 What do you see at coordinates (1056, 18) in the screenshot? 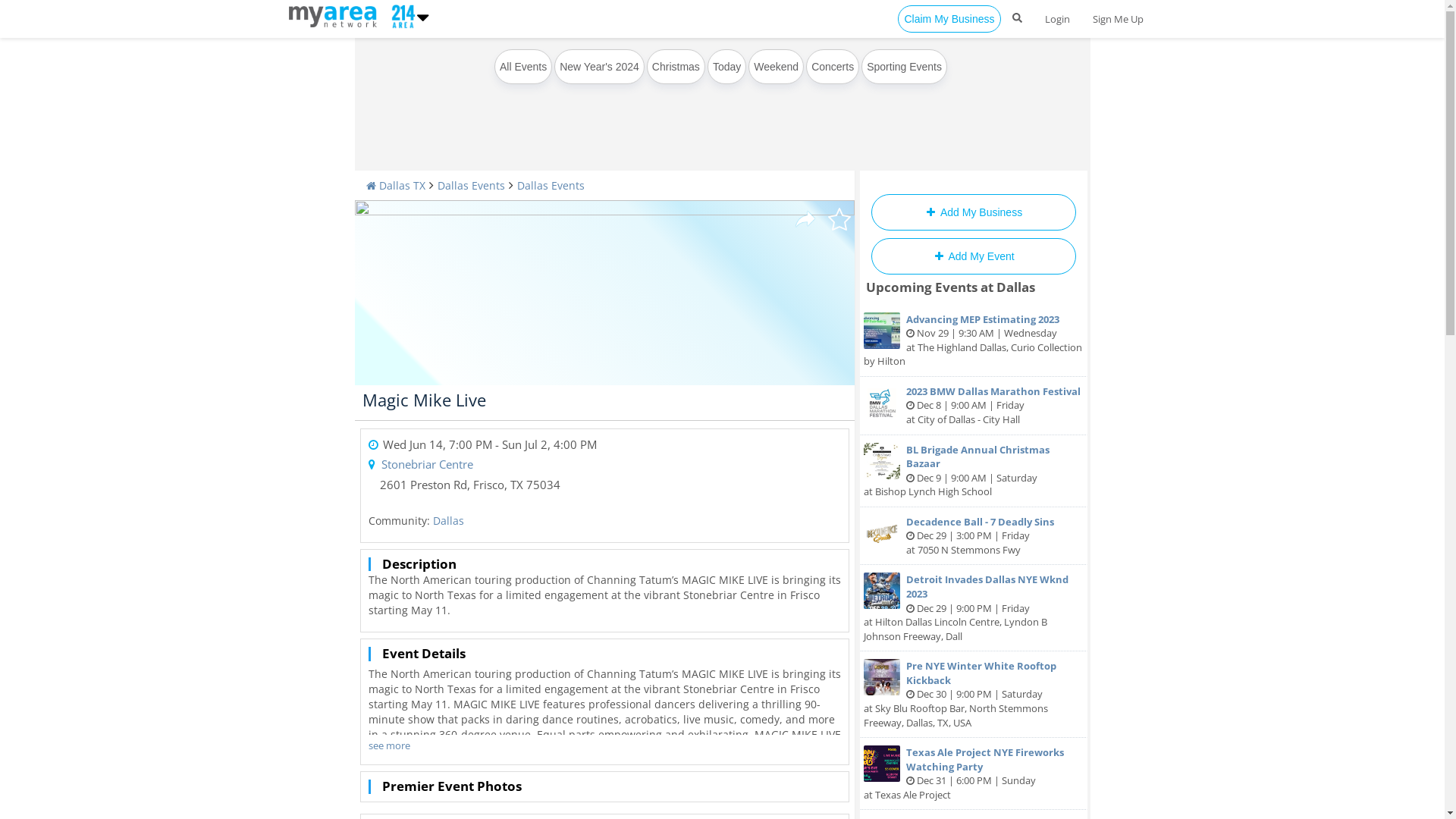
I see `'Login'` at bounding box center [1056, 18].